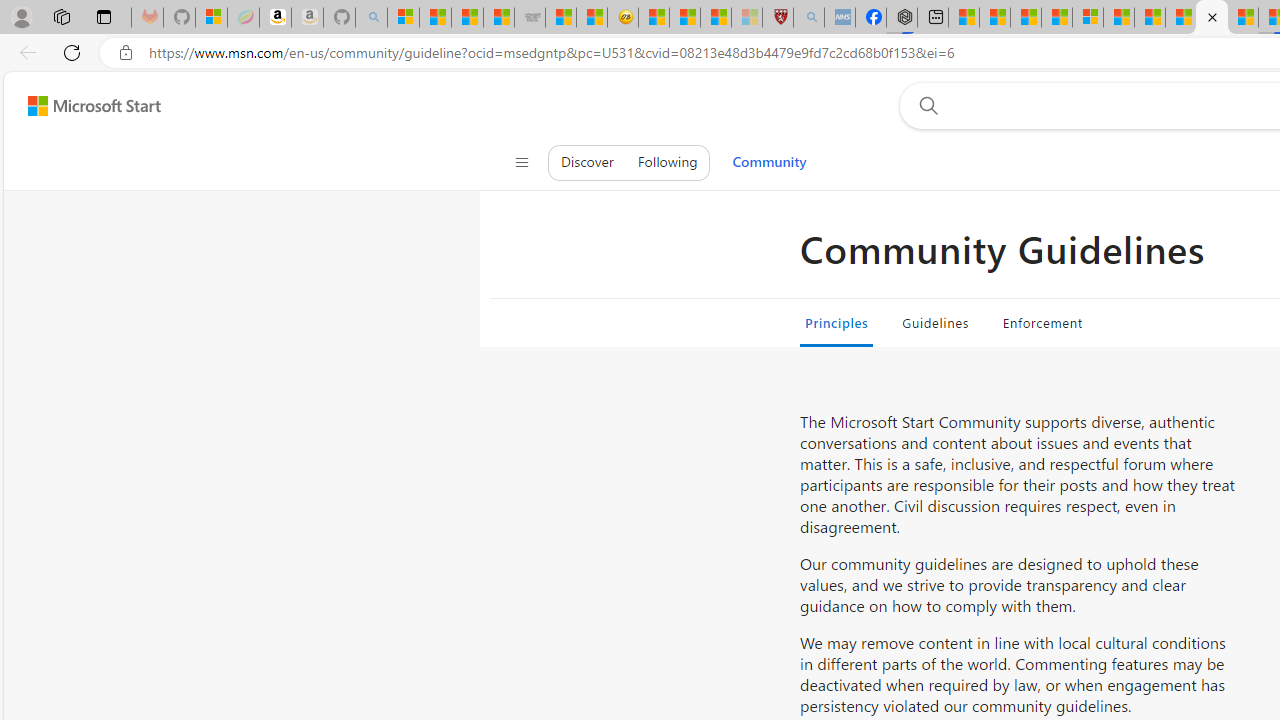 The width and height of the screenshot is (1280, 720). I want to click on 'Workspaces', so click(61, 16).